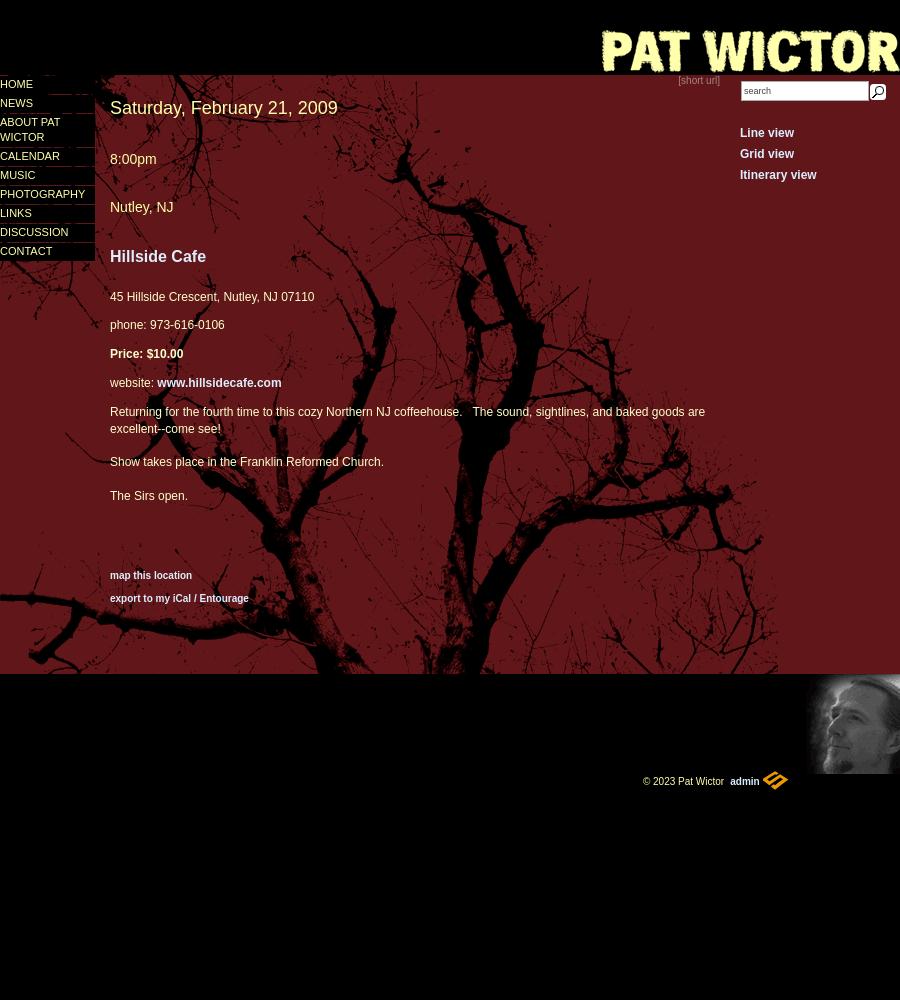 This screenshot has width=900, height=1000. Describe the element at coordinates (14, 212) in the screenshot. I see `'links'` at that location.